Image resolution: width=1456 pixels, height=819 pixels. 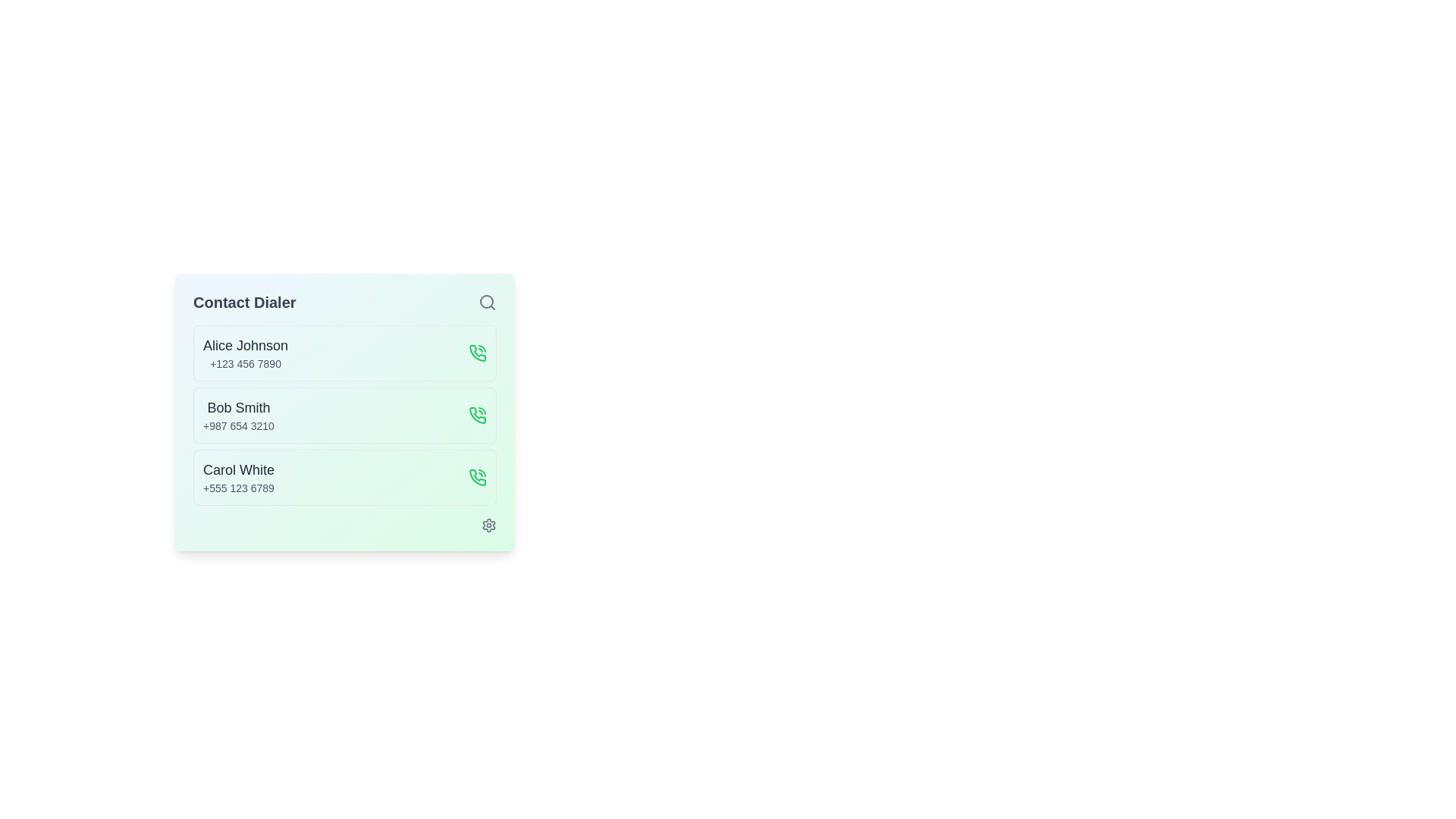 I want to click on the phone number '+555 123 6789' displayed in gray text, located beneath the name 'Carol White' in the third contact card within the 'Contact Dialer' interface, so click(x=238, y=488).